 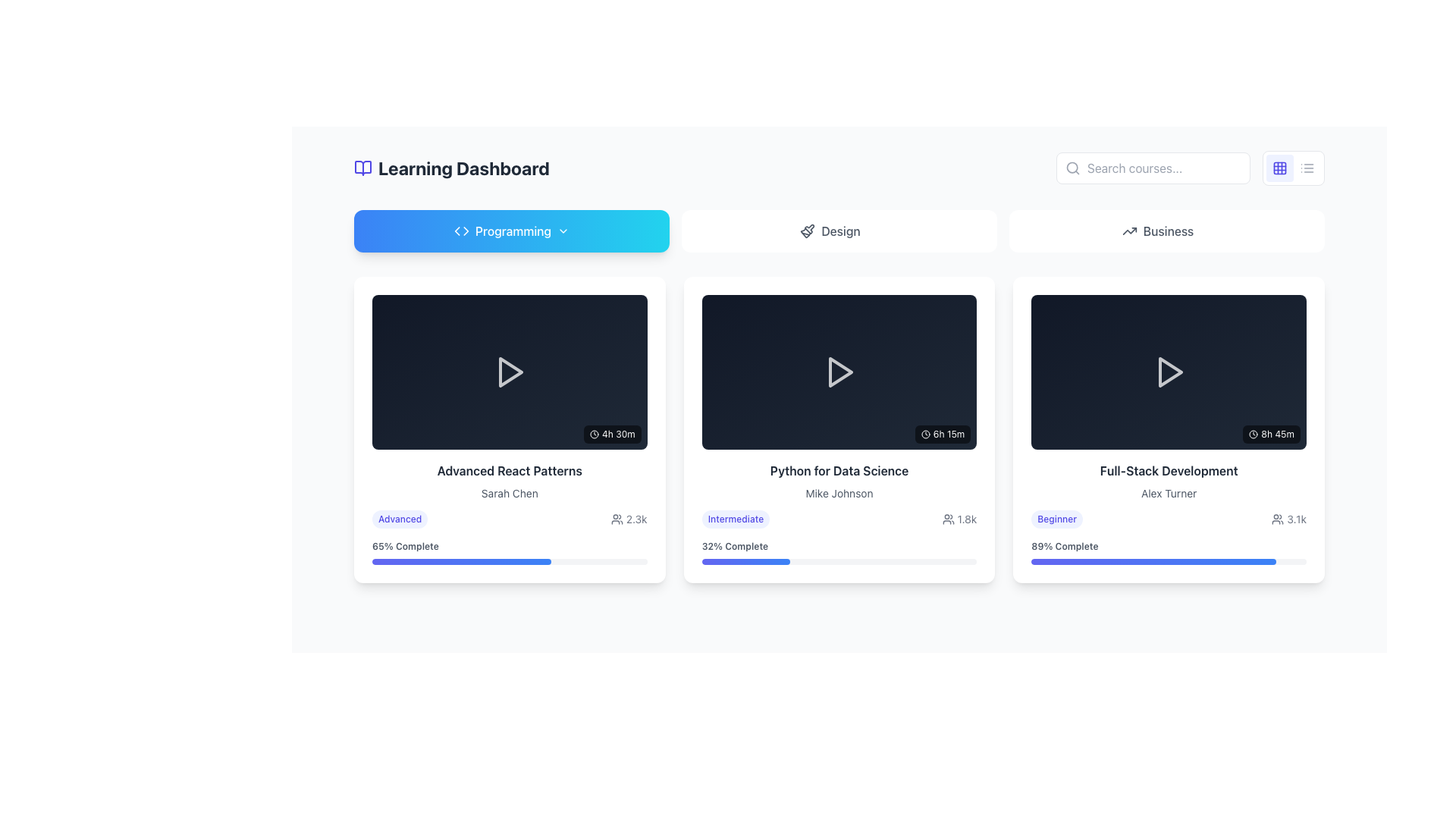 I want to click on the icon representing the duration of the course located to the left of the text '4h 30m' in the bottom part of the card labeled 'Advanced React Patterns', so click(x=593, y=434).